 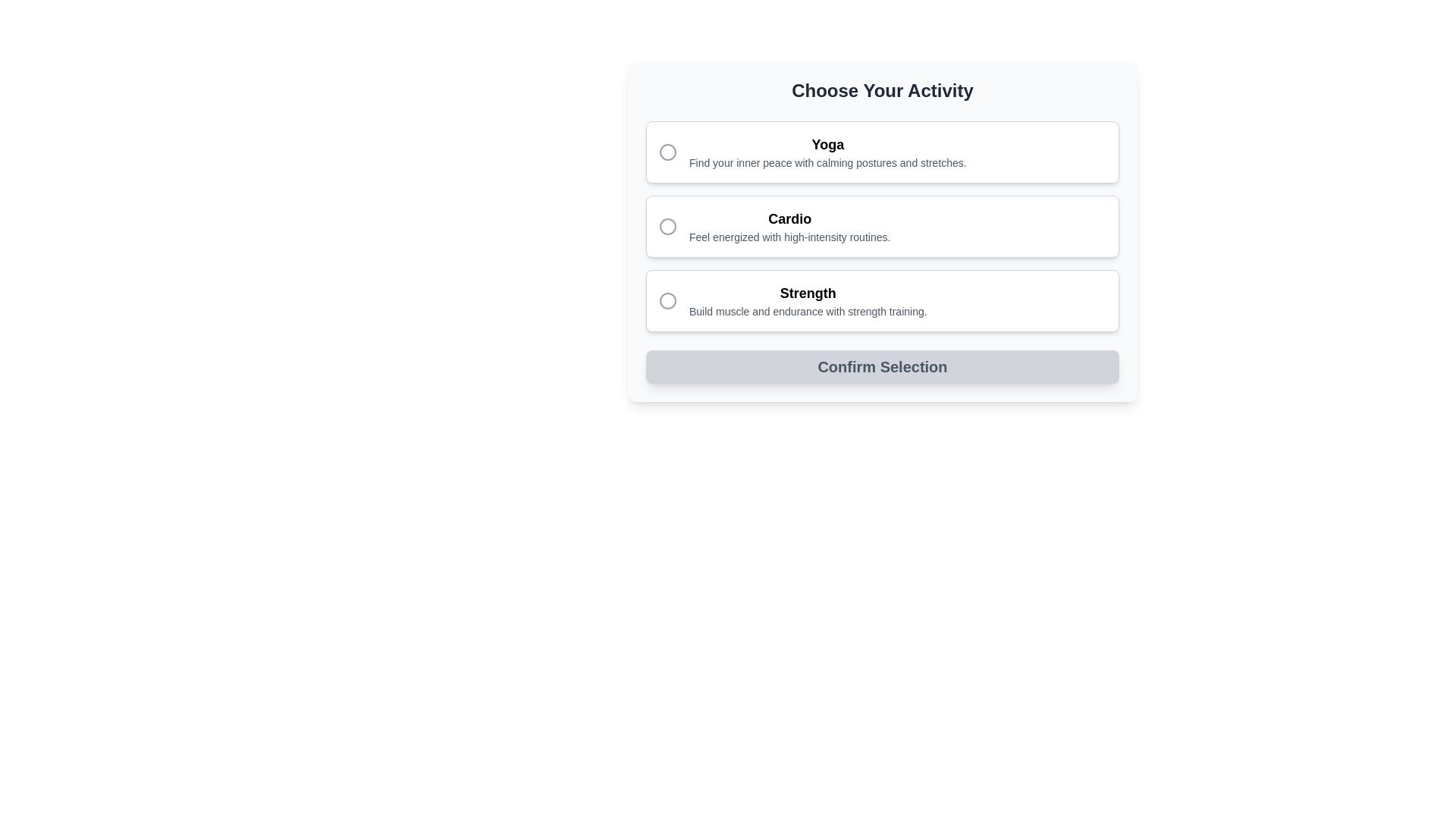 I want to click on the radio button adjacent to the text labeled 'Cardio', so click(x=667, y=227).